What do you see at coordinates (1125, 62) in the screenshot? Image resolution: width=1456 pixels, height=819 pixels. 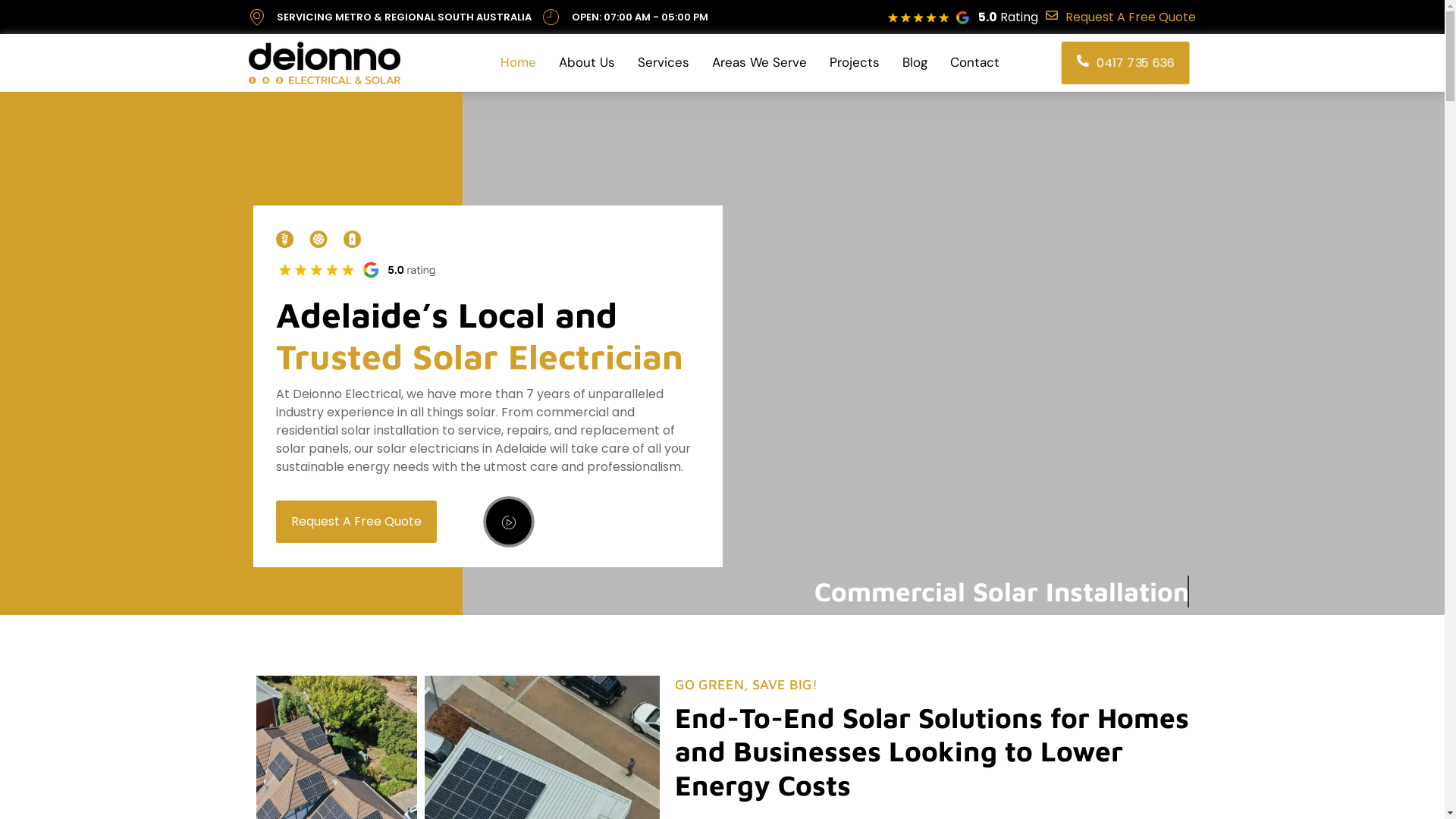 I see `'0417 735 636'` at bounding box center [1125, 62].